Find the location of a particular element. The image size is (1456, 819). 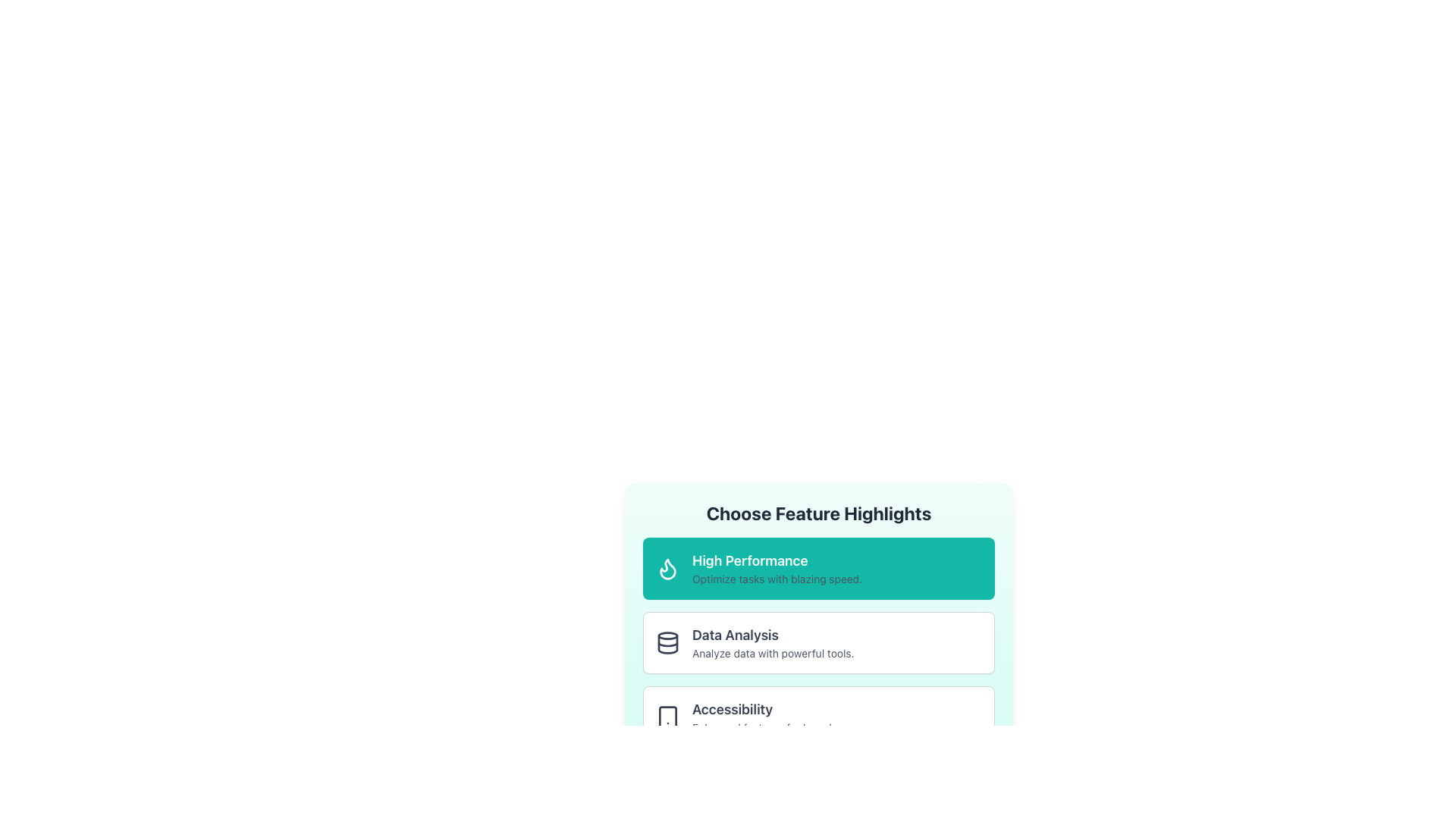

the accessibility features button located below the 'Data Analysis' component is located at coordinates (818, 717).